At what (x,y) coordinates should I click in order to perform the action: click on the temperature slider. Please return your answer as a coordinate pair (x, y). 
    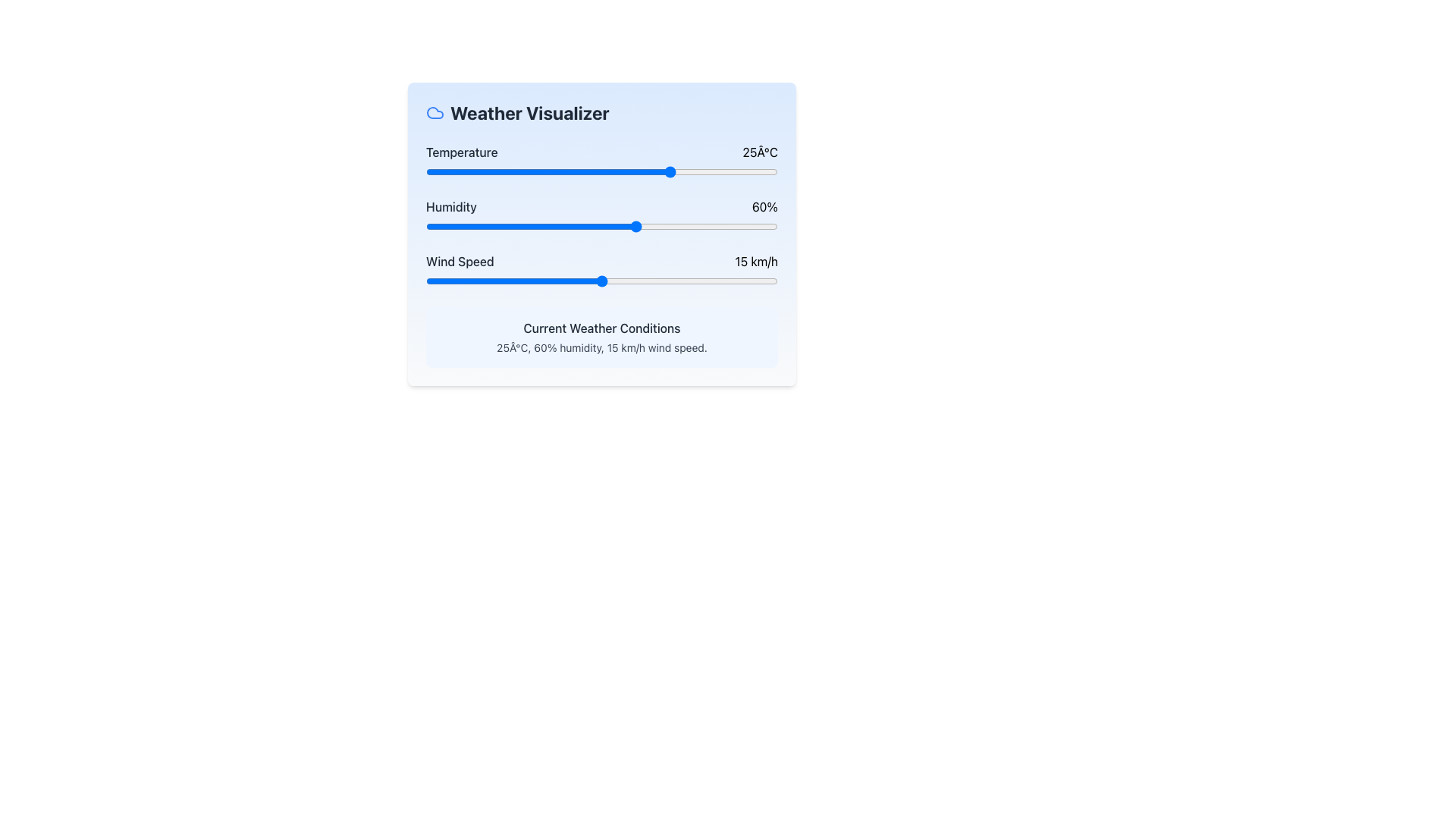
    Looking at the image, I should click on (517, 171).